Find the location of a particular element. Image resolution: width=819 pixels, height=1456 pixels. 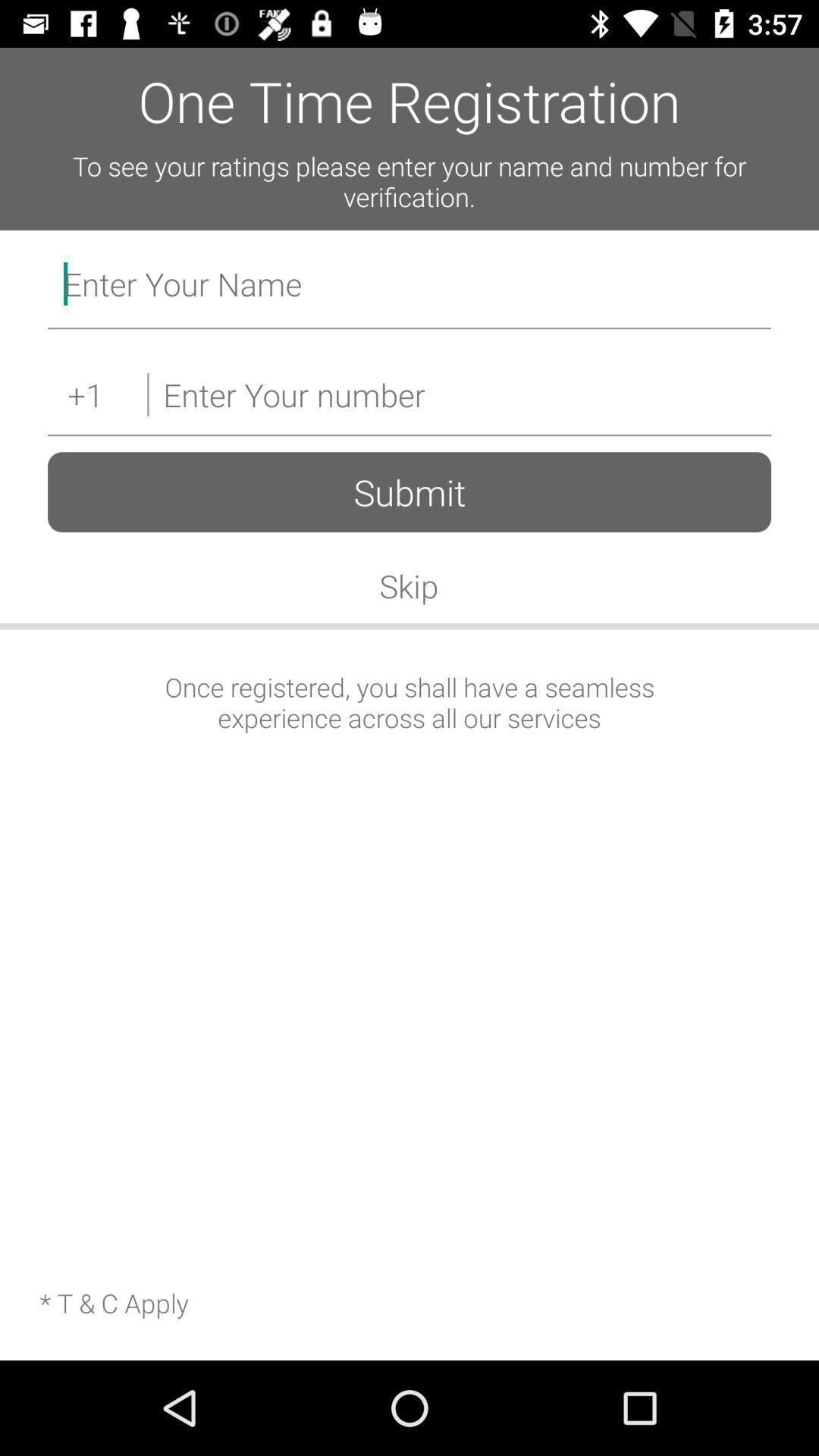

the submit item is located at coordinates (409, 492).